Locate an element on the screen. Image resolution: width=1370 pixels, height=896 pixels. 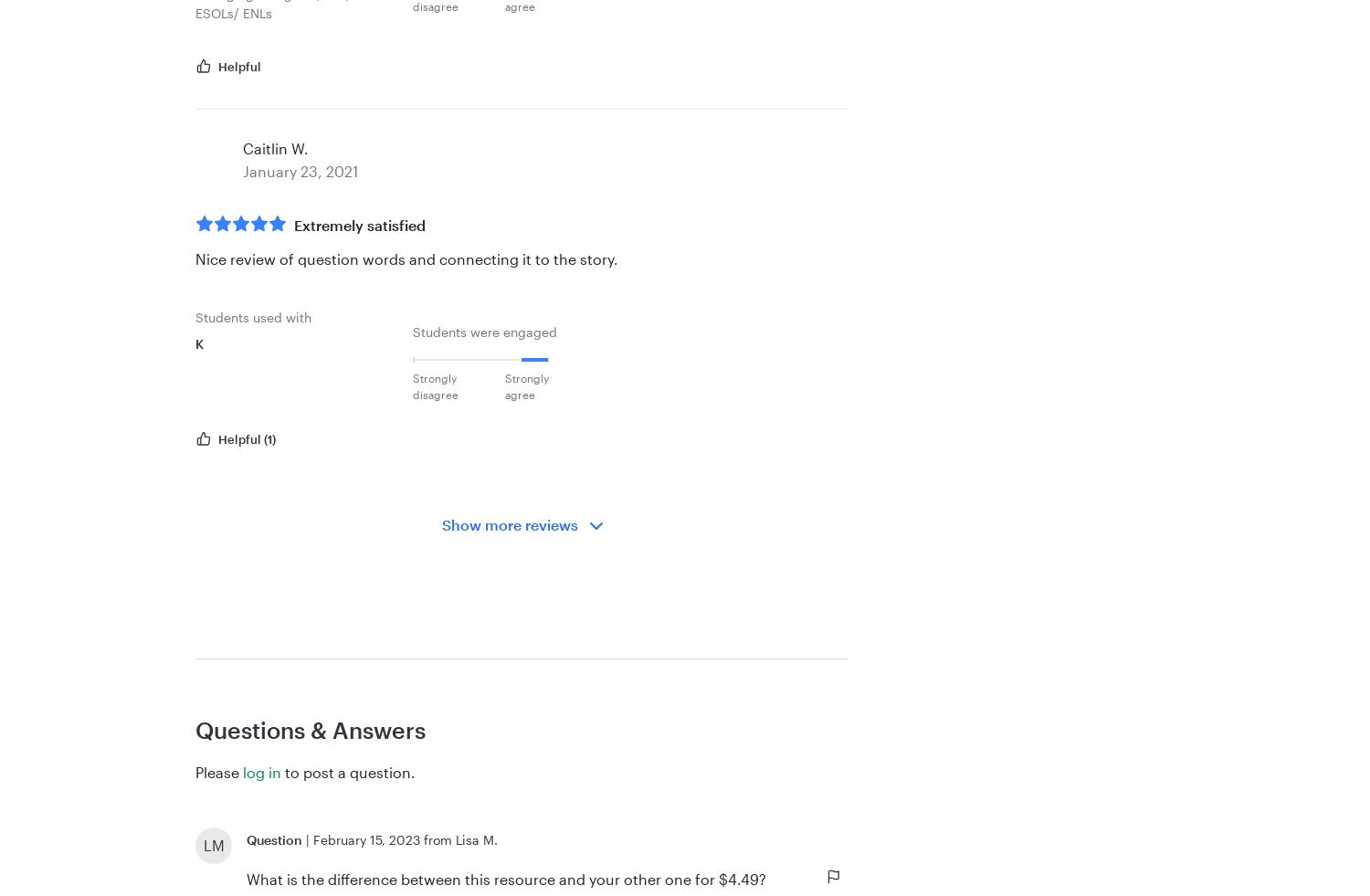
'Lisa M.' is located at coordinates (477, 839).